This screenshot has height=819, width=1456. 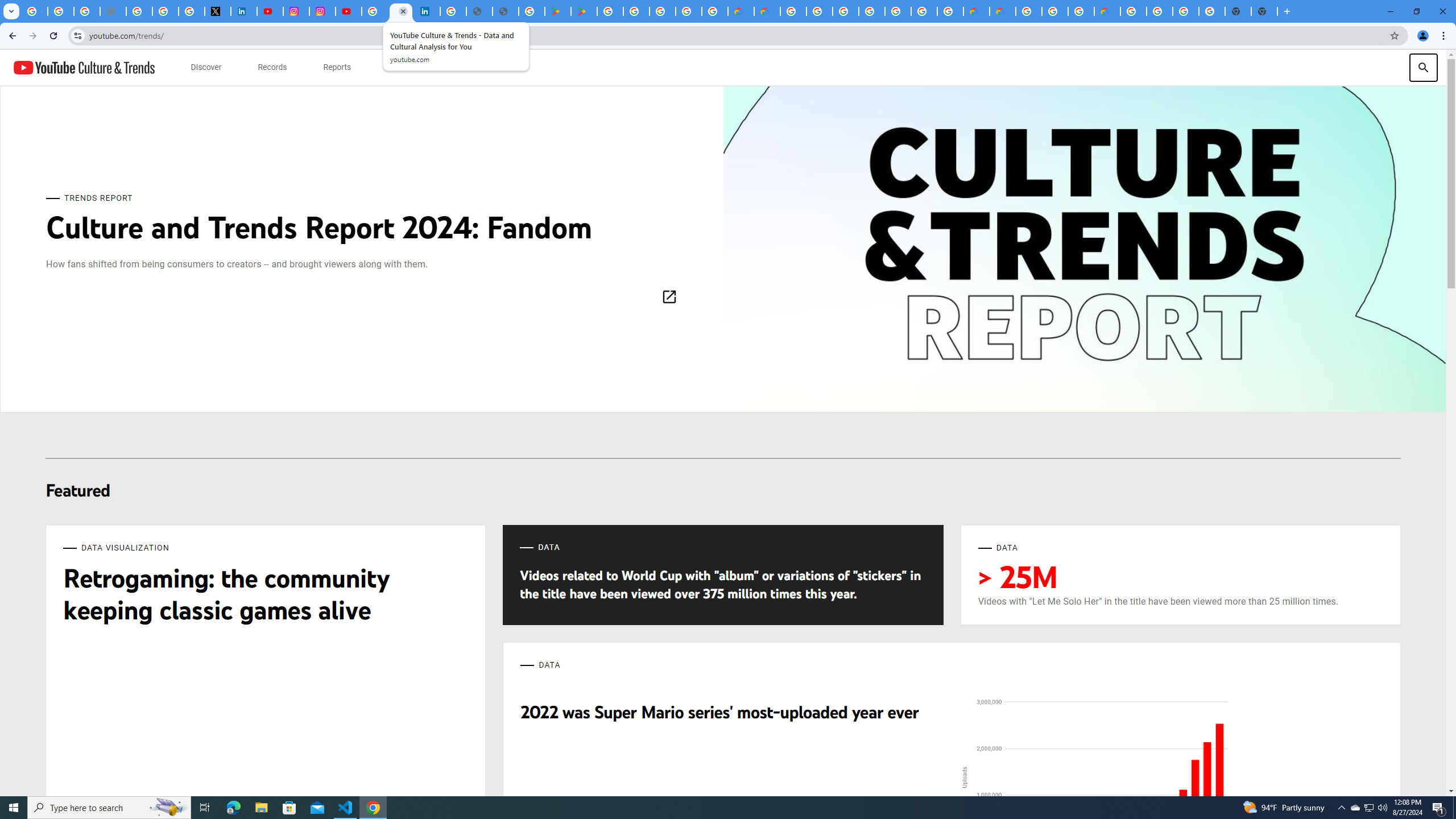 What do you see at coordinates (1106, 11) in the screenshot?
I see `'Google Cloud Service Health'` at bounding box center [1106, 11].